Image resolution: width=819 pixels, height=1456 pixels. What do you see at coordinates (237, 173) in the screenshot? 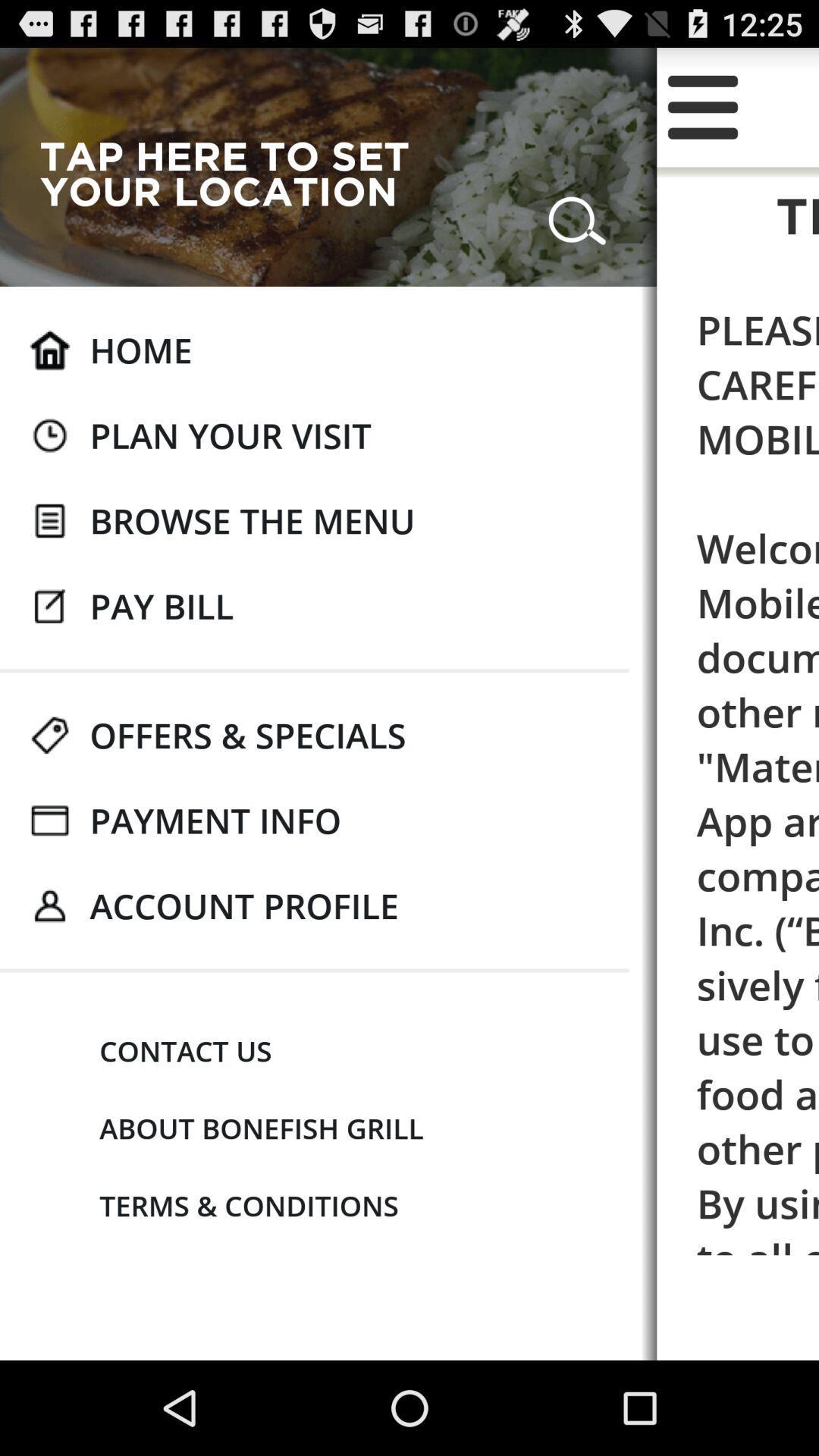
I see `the button next to t item` at bounding box center [237, 173].